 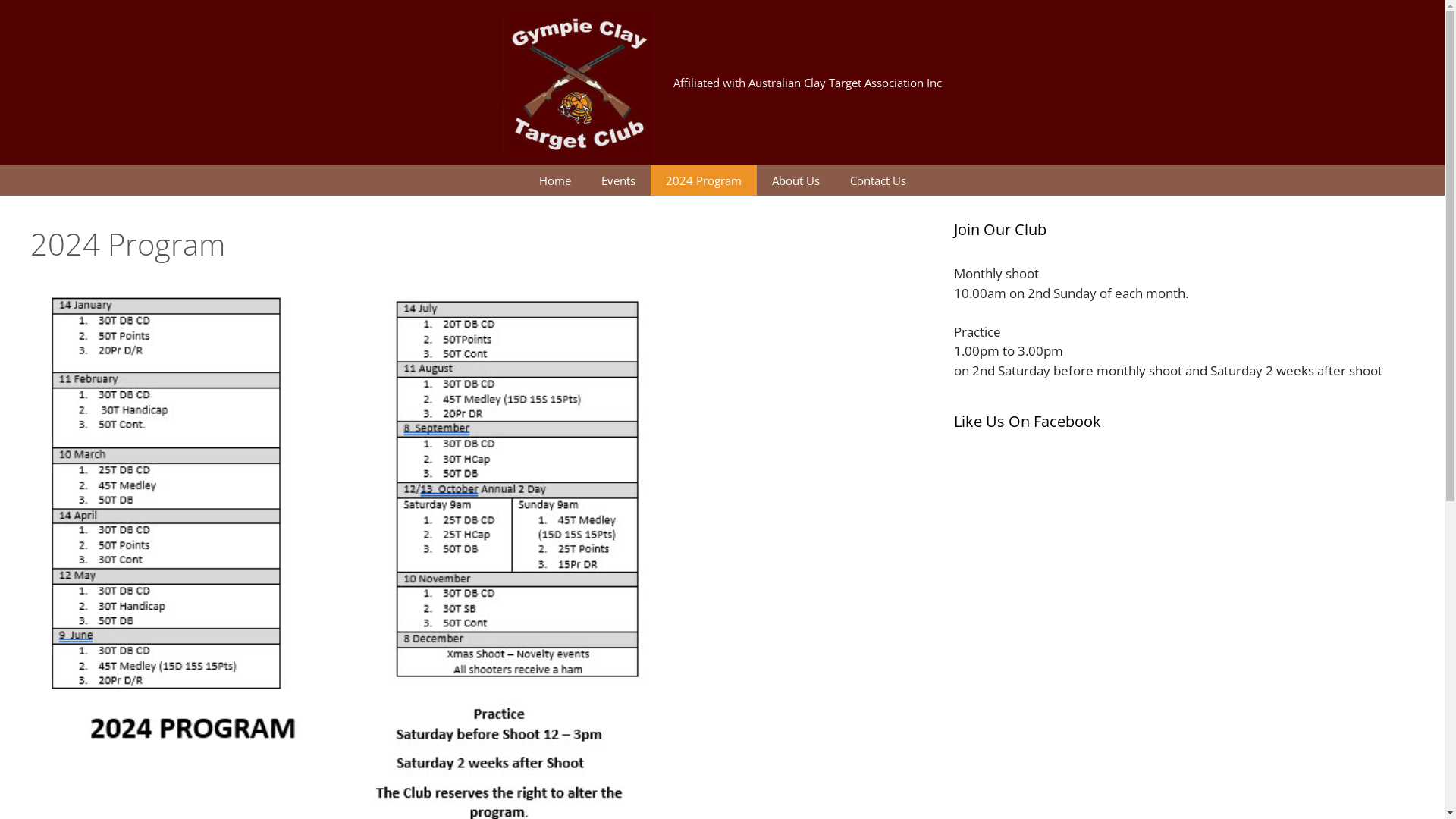 I want to click on 'Home', so click(x=553, y=180).